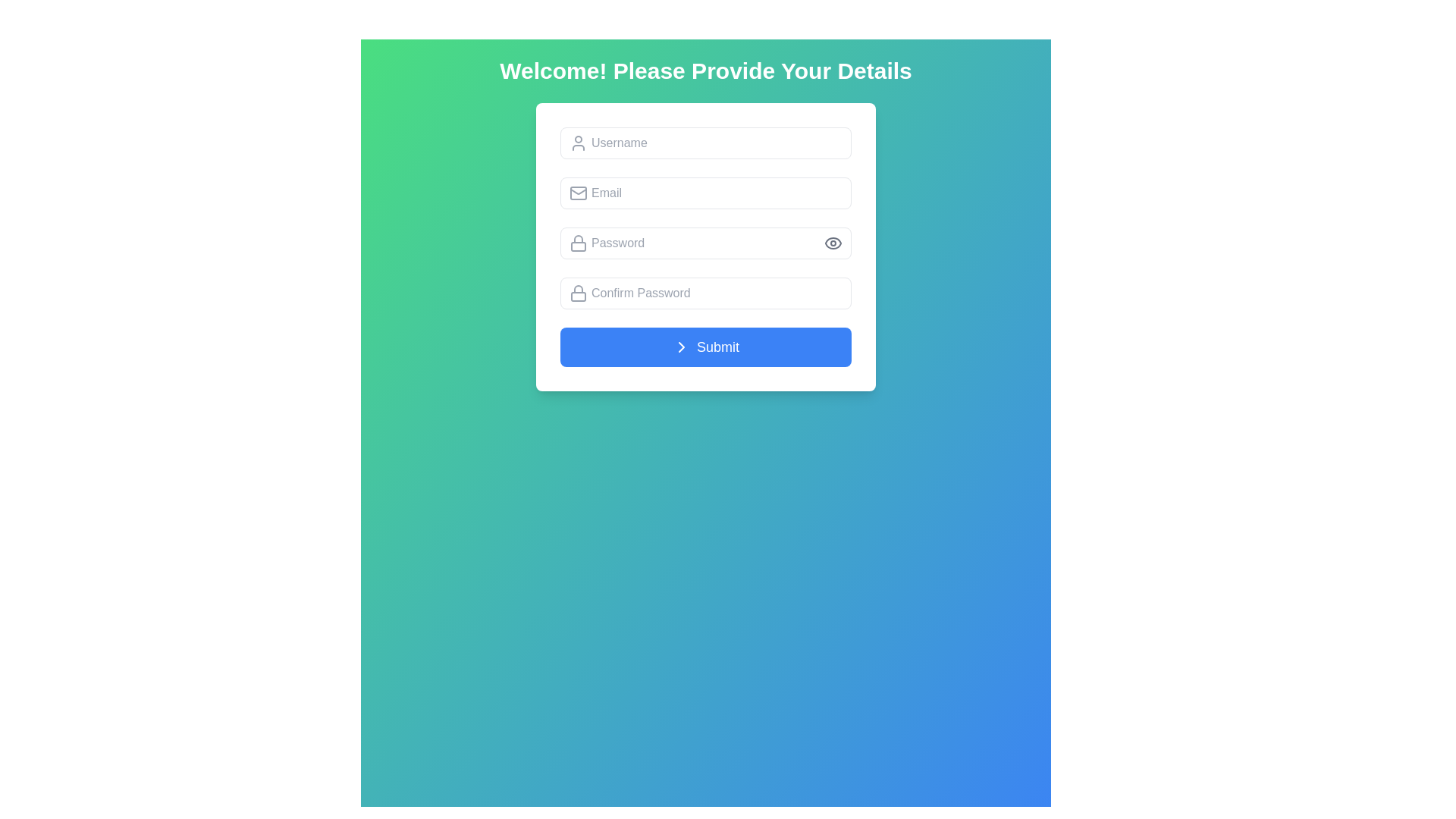  What do you see at coordinates (578, 242) in the screenshot?
I see `the lock icon, which is a gray graphical representation positioned to the left of the password input field, aligned vertically with the middle of the text input labeled 'Password'` at bounding box center [578, 242].